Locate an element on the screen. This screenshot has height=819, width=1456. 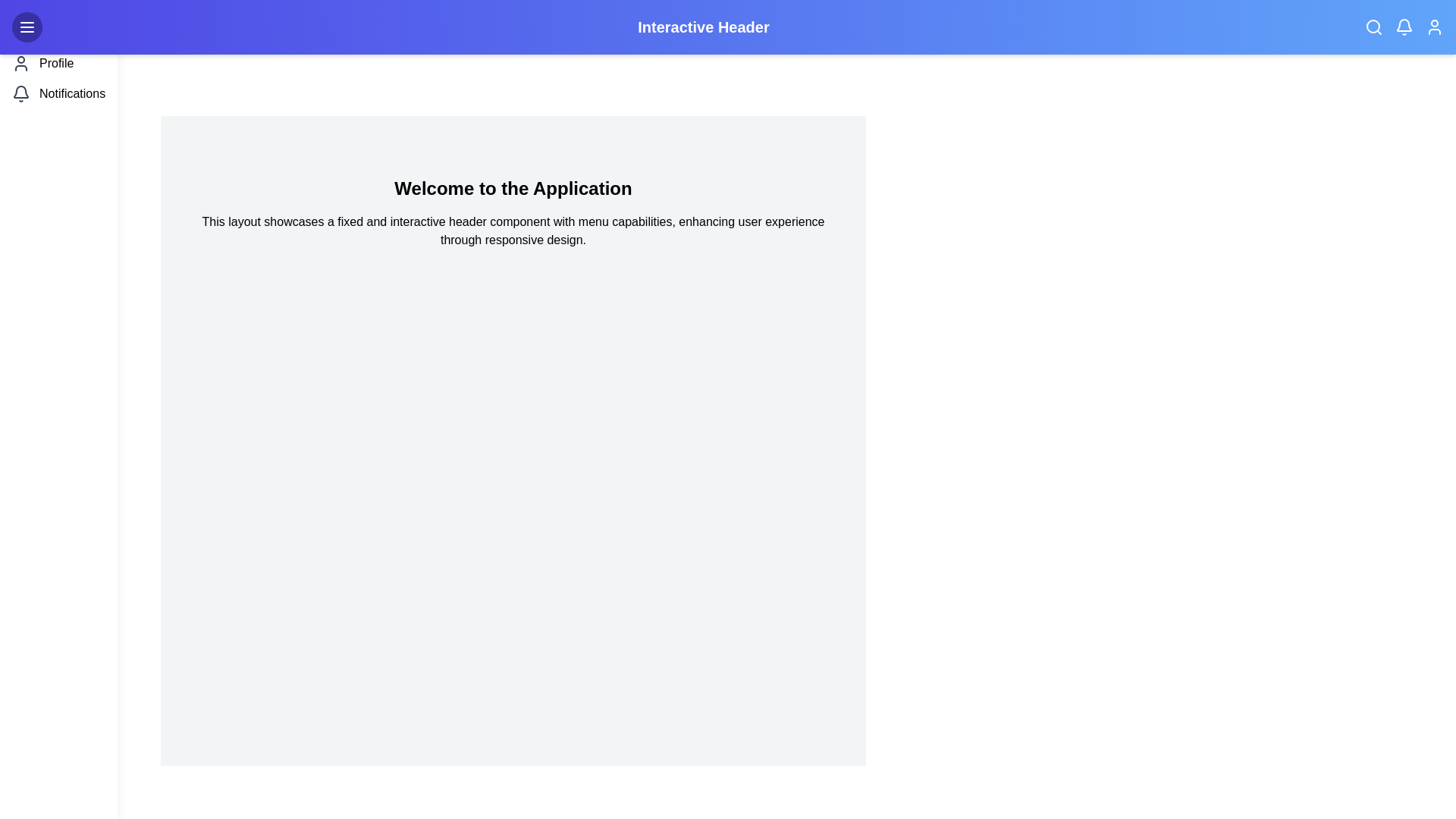
the bell icon located at the rightmost side of the top navigation bar is located at coordinates (21, 91).